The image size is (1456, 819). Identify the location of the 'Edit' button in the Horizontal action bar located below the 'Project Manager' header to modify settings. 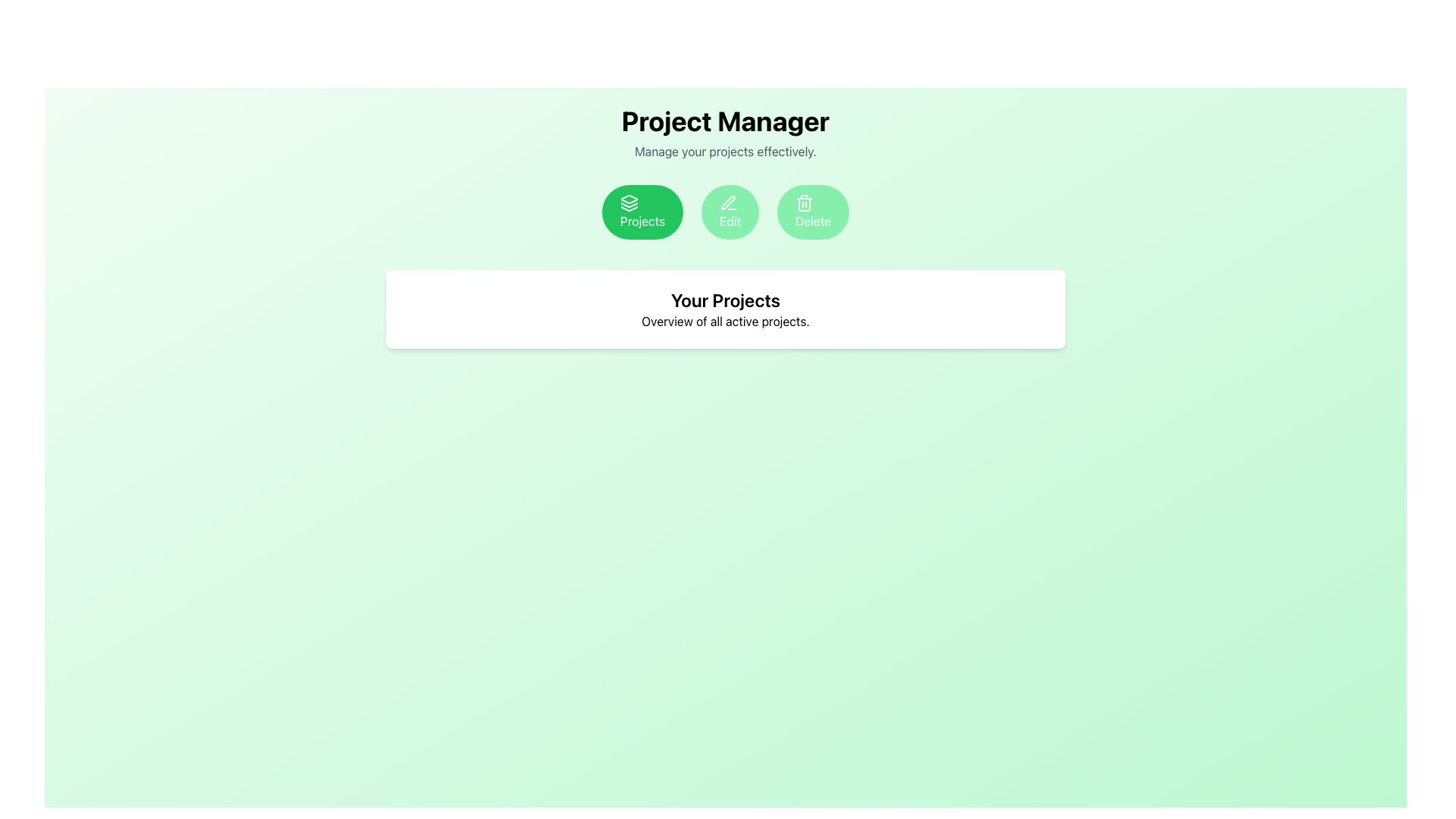
(724, 212).